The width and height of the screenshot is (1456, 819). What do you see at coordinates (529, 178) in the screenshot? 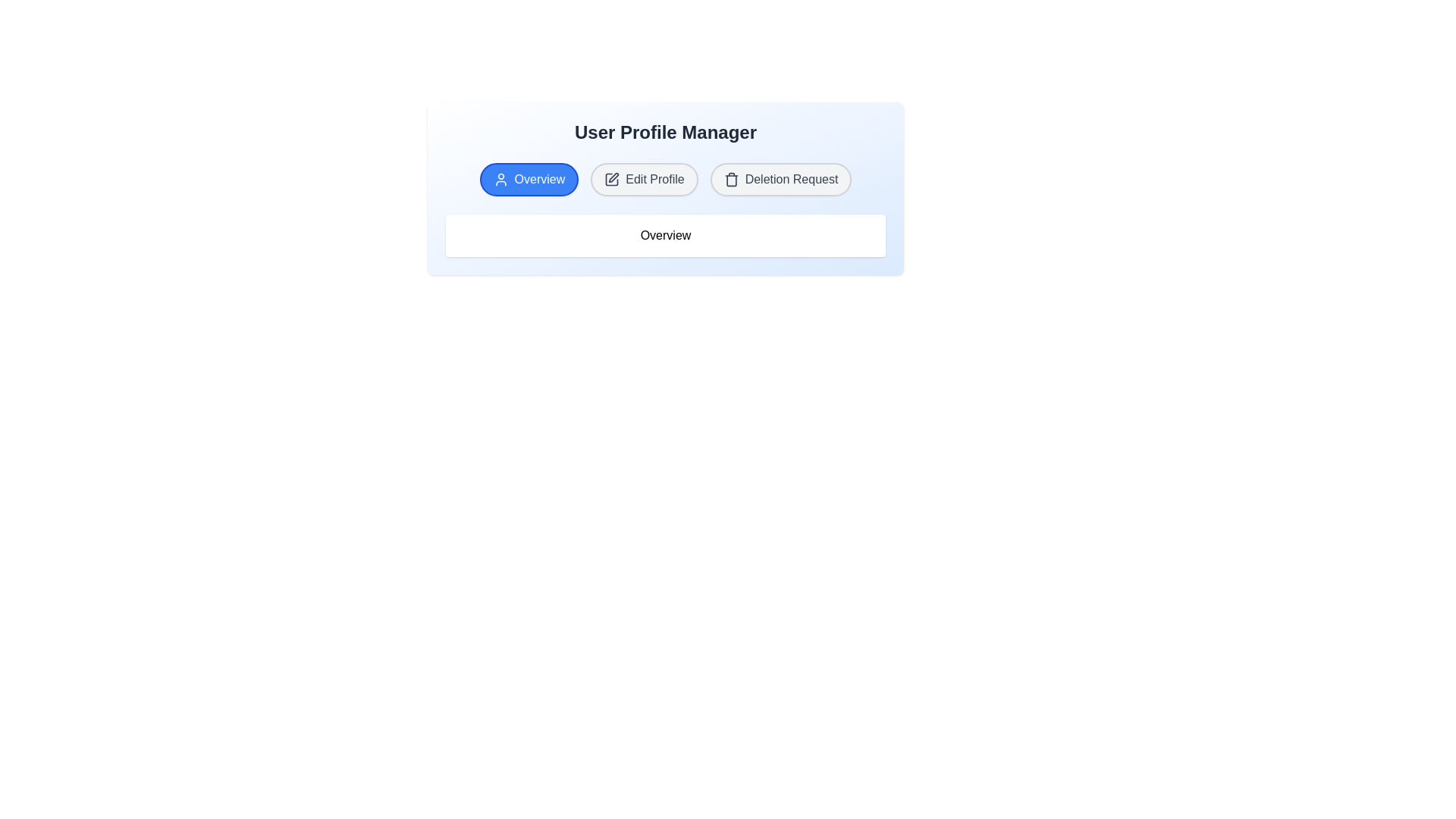
I see `the Overview tab by clicking its label` at bounding box center [529, 178].